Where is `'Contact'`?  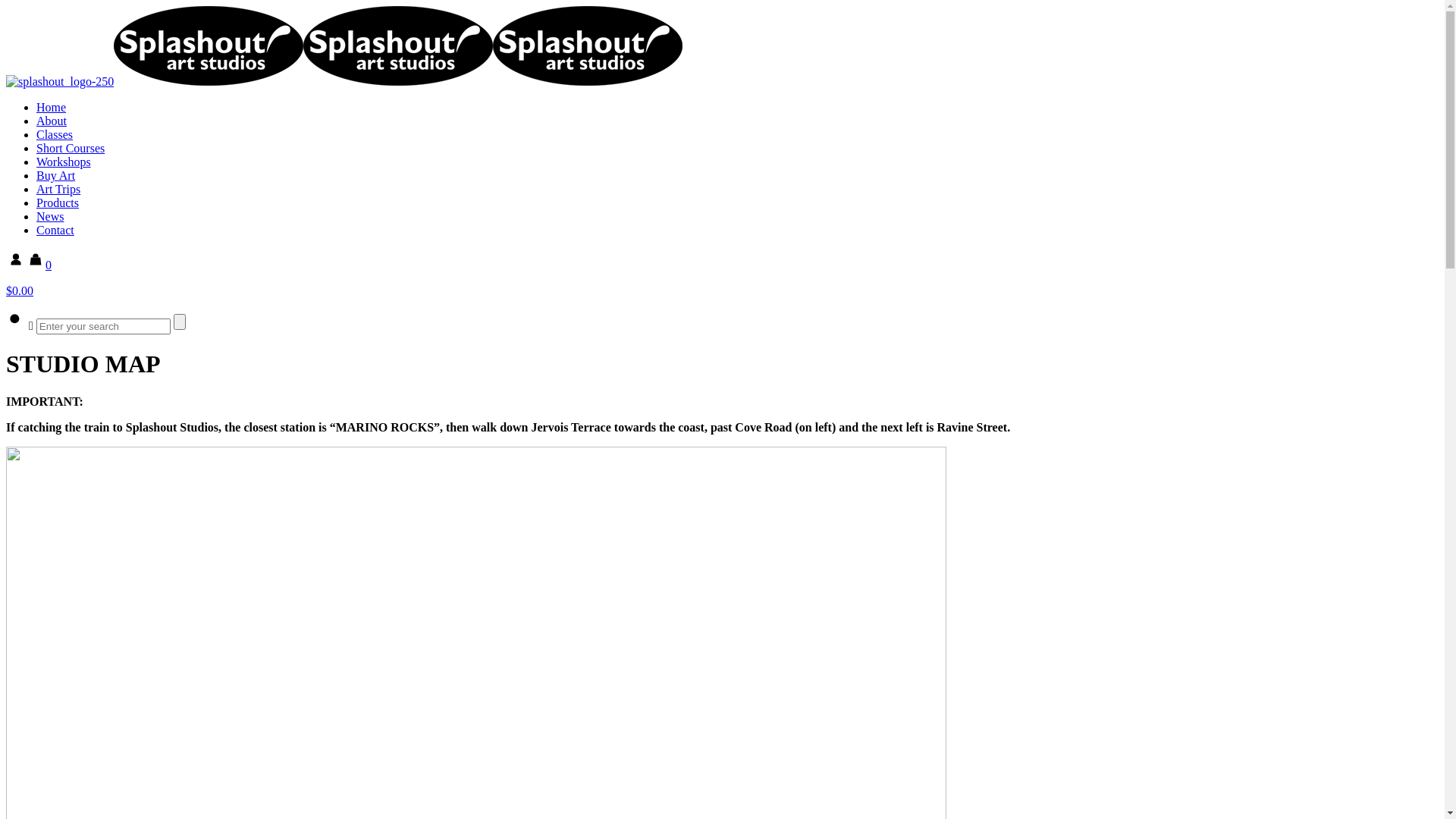 'Contact' is located at coordinates (36, 230).